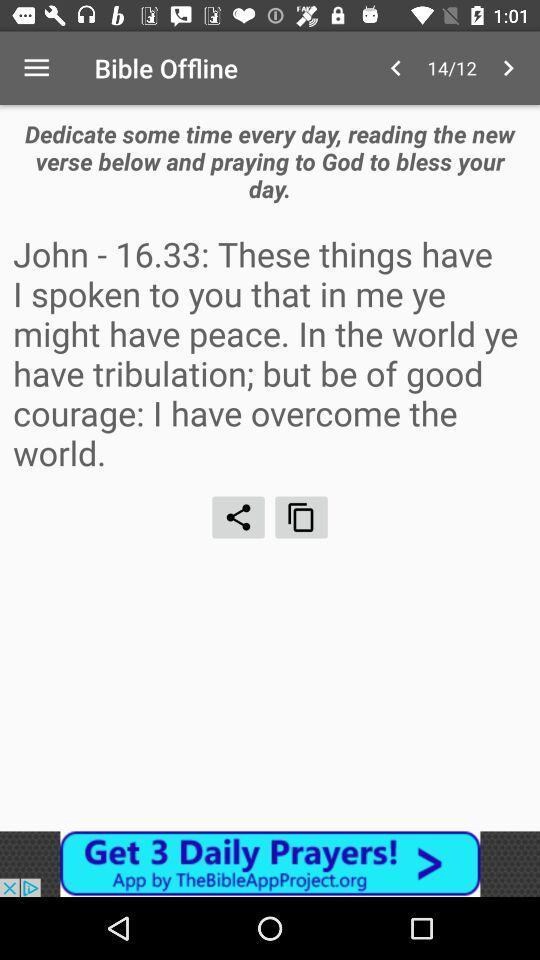 This screenshot has width=540, height=960. Describe the element at coordinates (300, 516) in the screenshot. I see `copy it` at that location.